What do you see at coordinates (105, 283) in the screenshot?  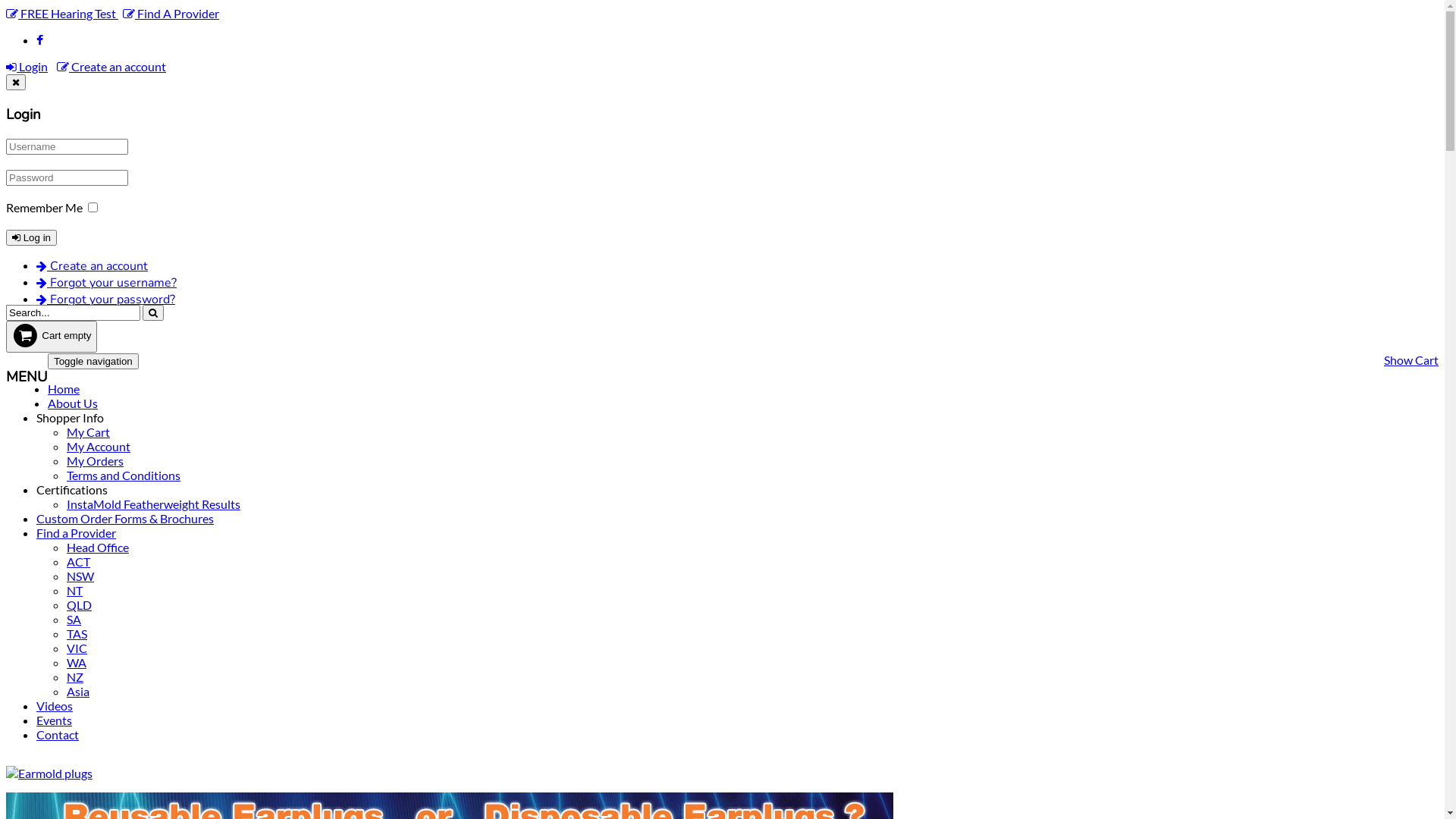 I see `'Forgot your username?'` at bounding box center [105, 283].